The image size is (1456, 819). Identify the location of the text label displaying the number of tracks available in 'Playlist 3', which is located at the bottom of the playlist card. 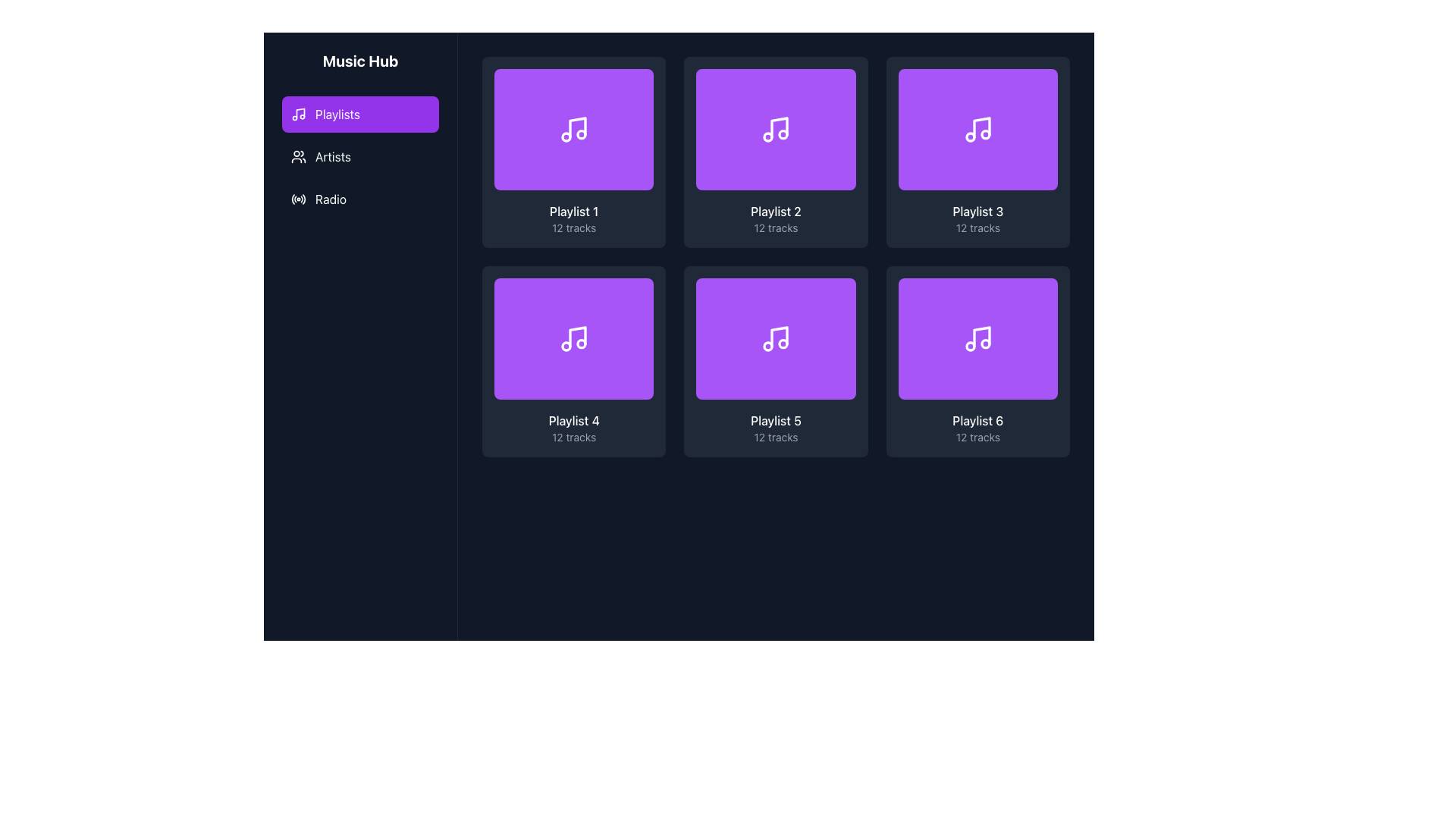
(977, 227).